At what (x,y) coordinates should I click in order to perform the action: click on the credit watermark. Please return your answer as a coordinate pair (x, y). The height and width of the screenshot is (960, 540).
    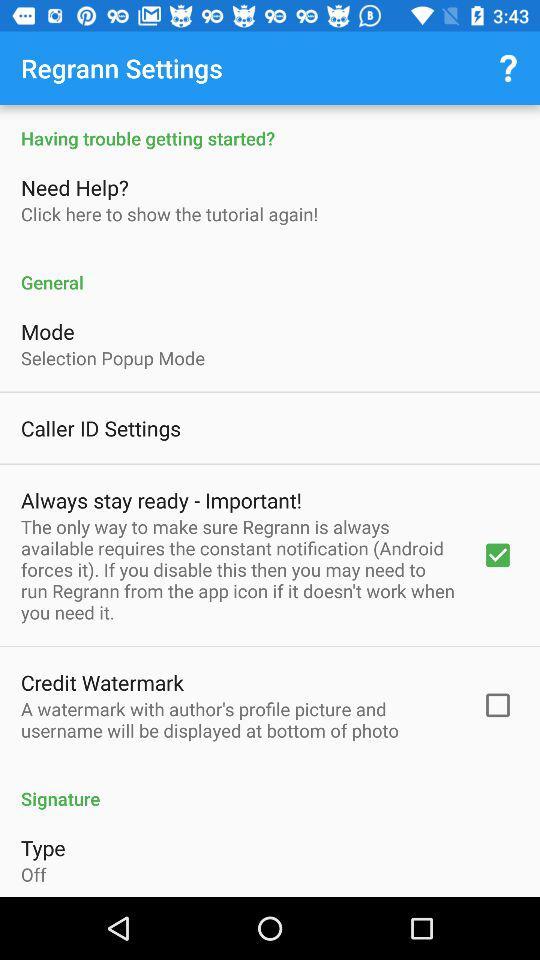
    Looking at the image, I should click on (102, 682).